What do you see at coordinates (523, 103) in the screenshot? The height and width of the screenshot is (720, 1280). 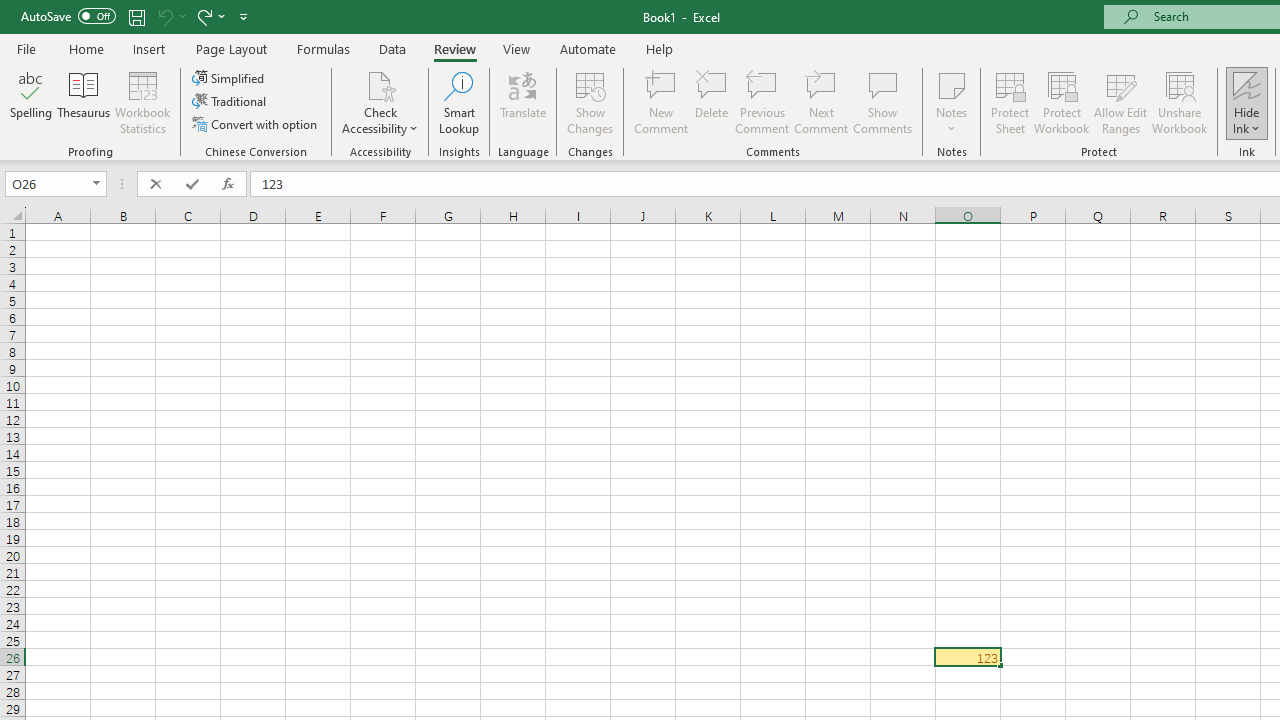 I see `'Translate'` at bounding box center [523, 103].